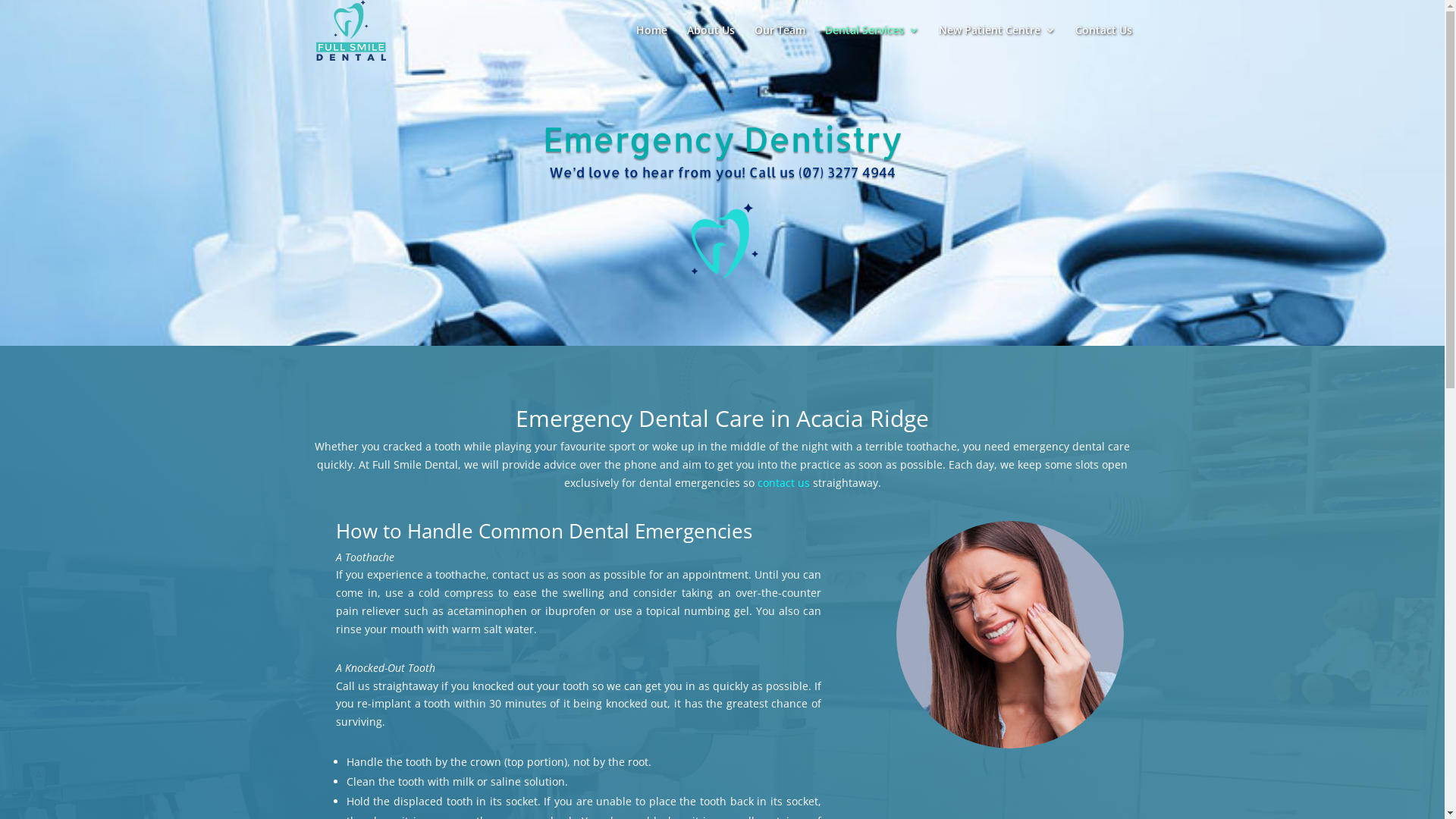  What do you see at coordinates (1103, 42) in the screenshot?
I see `'Contact Us'` at bounding box center [1103, 42].